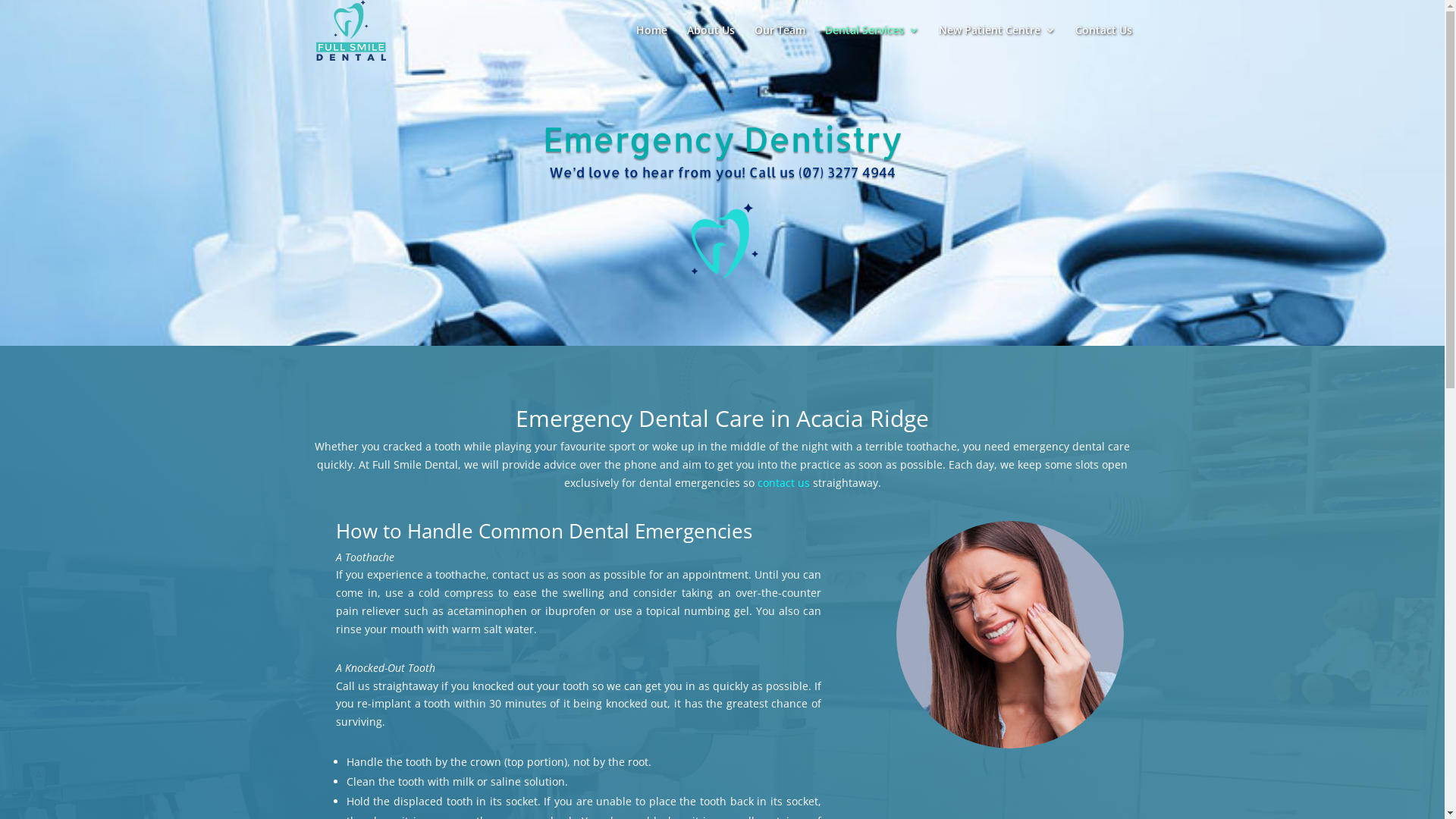  What do you see at coordinates (1103, 42) in the screenshot?
I see `'Contact Us'` at bounding box center [1103, 42].